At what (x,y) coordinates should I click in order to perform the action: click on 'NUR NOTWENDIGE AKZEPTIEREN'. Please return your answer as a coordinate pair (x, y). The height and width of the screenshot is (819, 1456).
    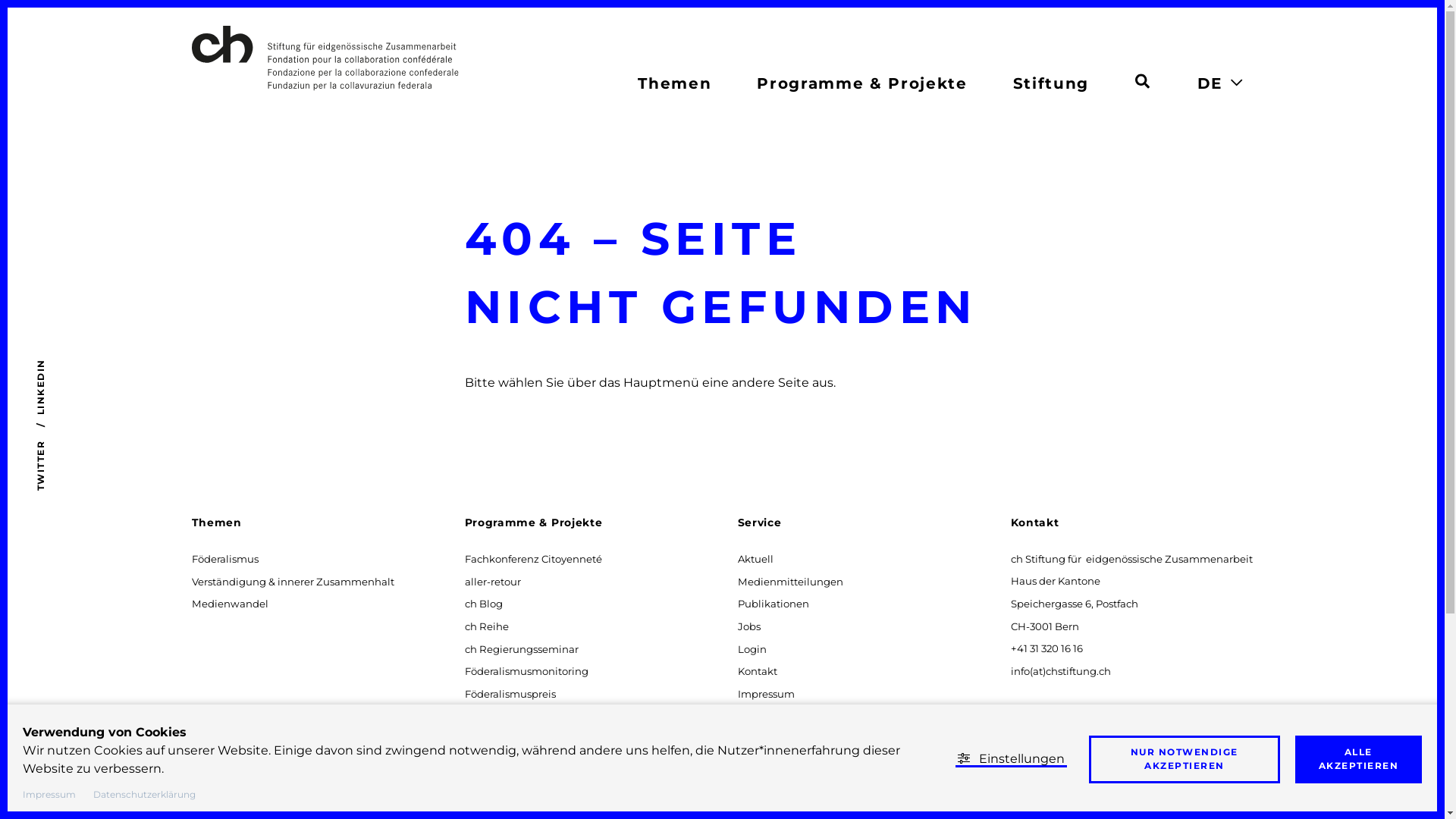
    Looking at the image, I should click on (1183, 759).